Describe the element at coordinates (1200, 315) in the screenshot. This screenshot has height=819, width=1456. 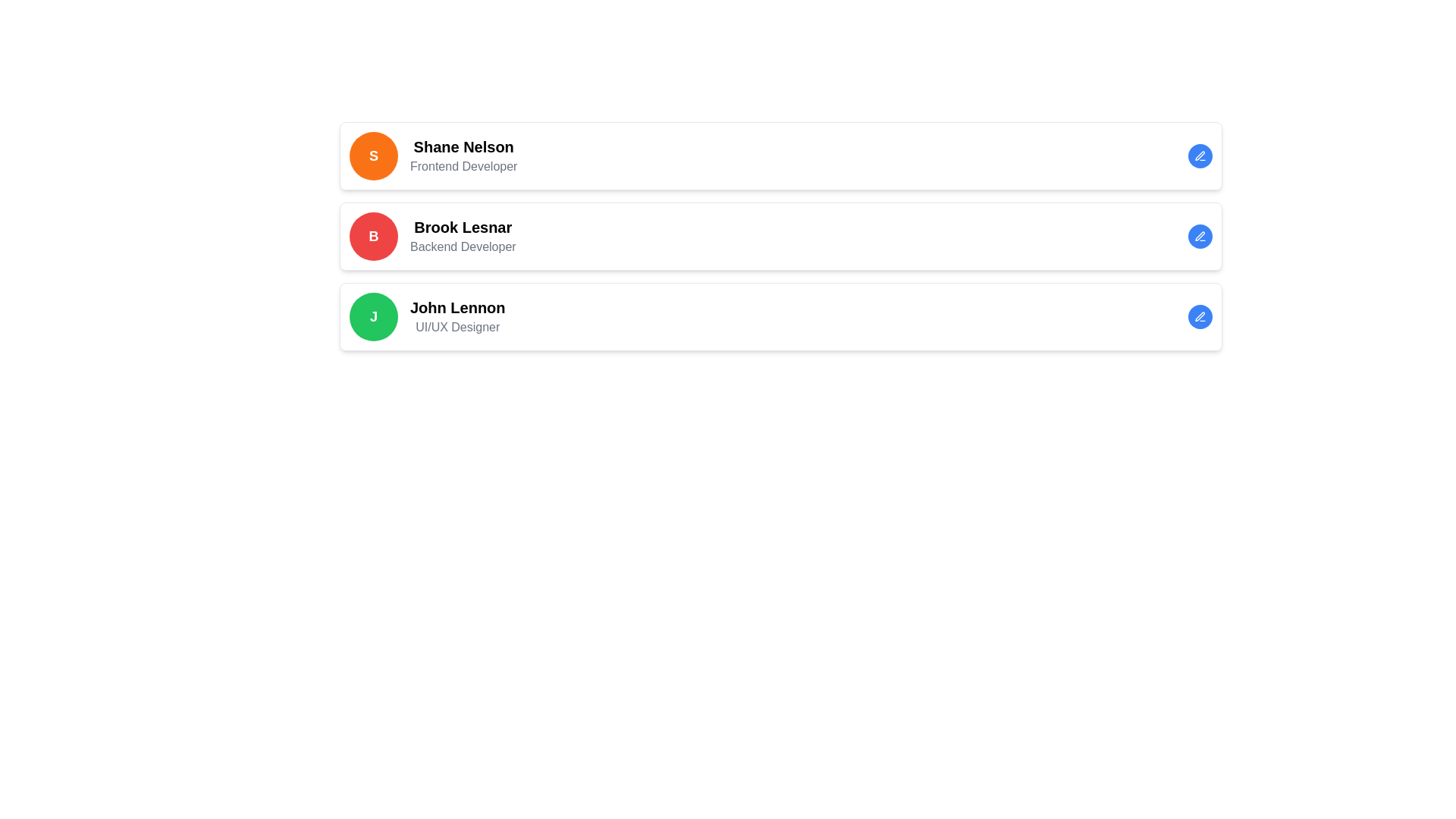
I see `the blue pen icon within the circular button to initiate editing for the user profile of 'John Lennon, UI/UX Designer'` at that location.